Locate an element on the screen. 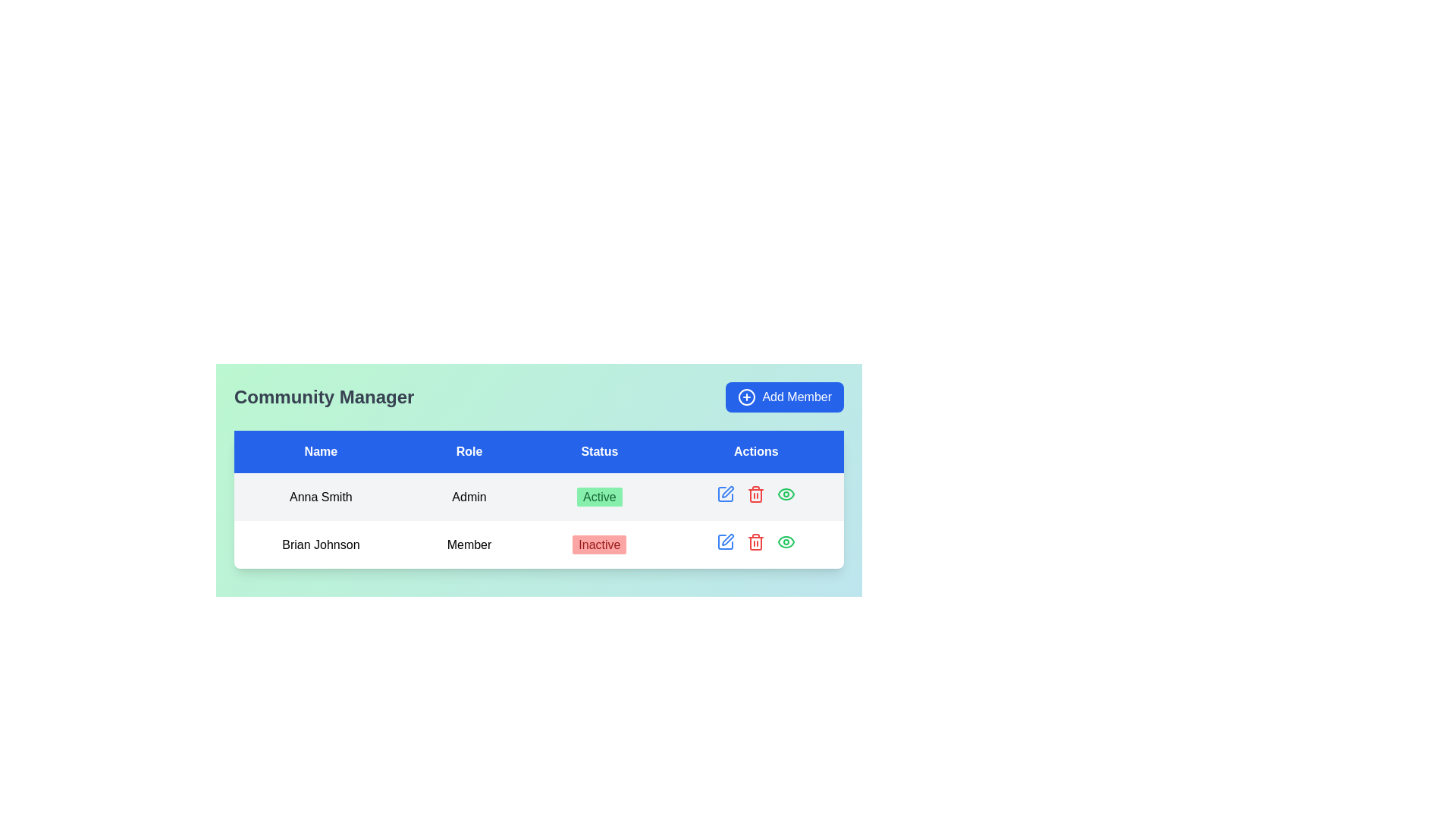 This screenshot has width=1456, height=819. the status represented by the small rectangular label with a red background and the text 'Inactive' in bold red font, located in the 'Status' column of the second row in the table for the user 'Brian Johnson' is located at coordinates (598, 543).